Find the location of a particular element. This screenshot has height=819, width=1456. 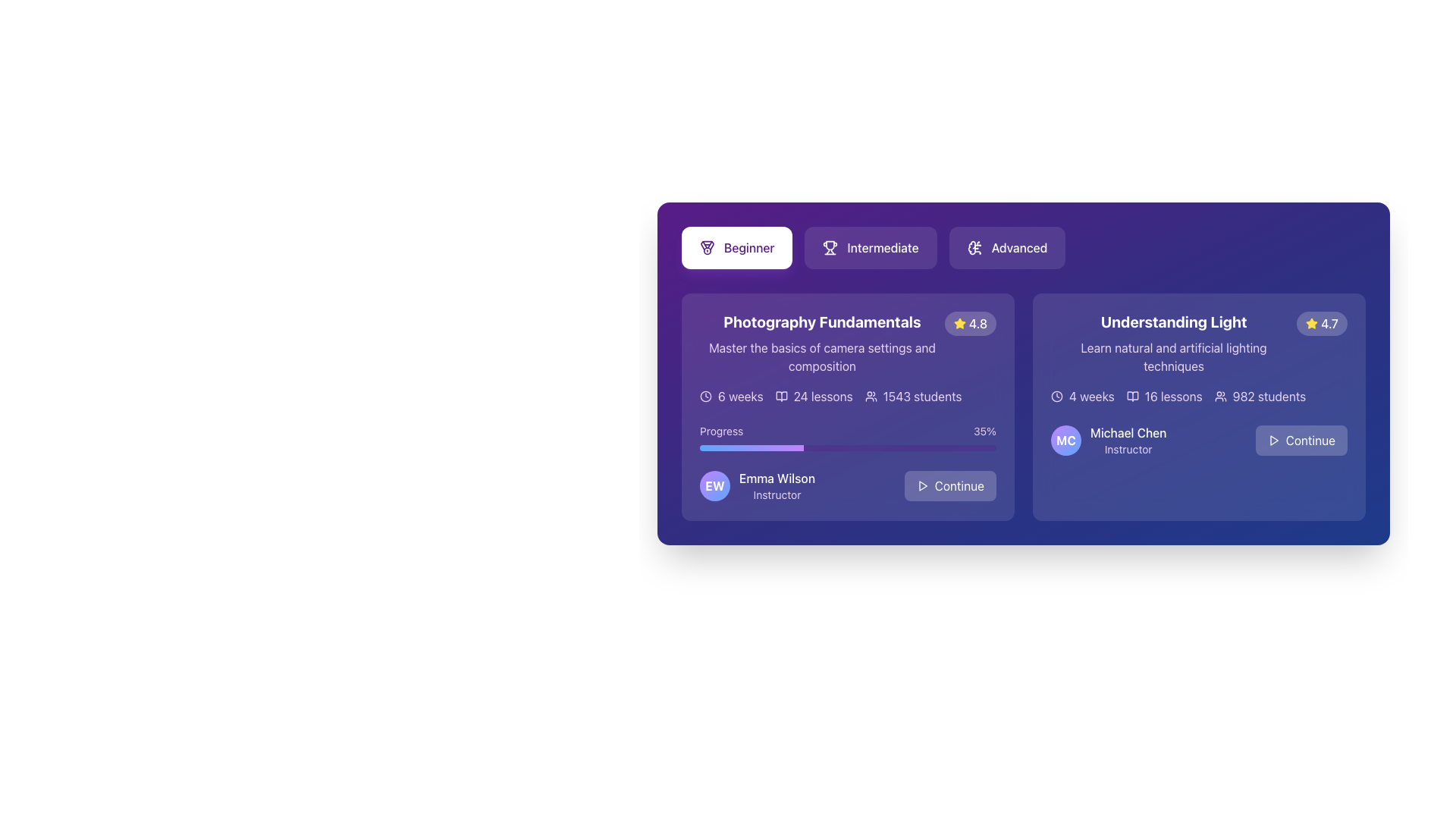

the static text label displaying the number of students enrolled in the 'Photography Fundamentals' course, located to the right of the group icon is located at coordinates (921, 396).